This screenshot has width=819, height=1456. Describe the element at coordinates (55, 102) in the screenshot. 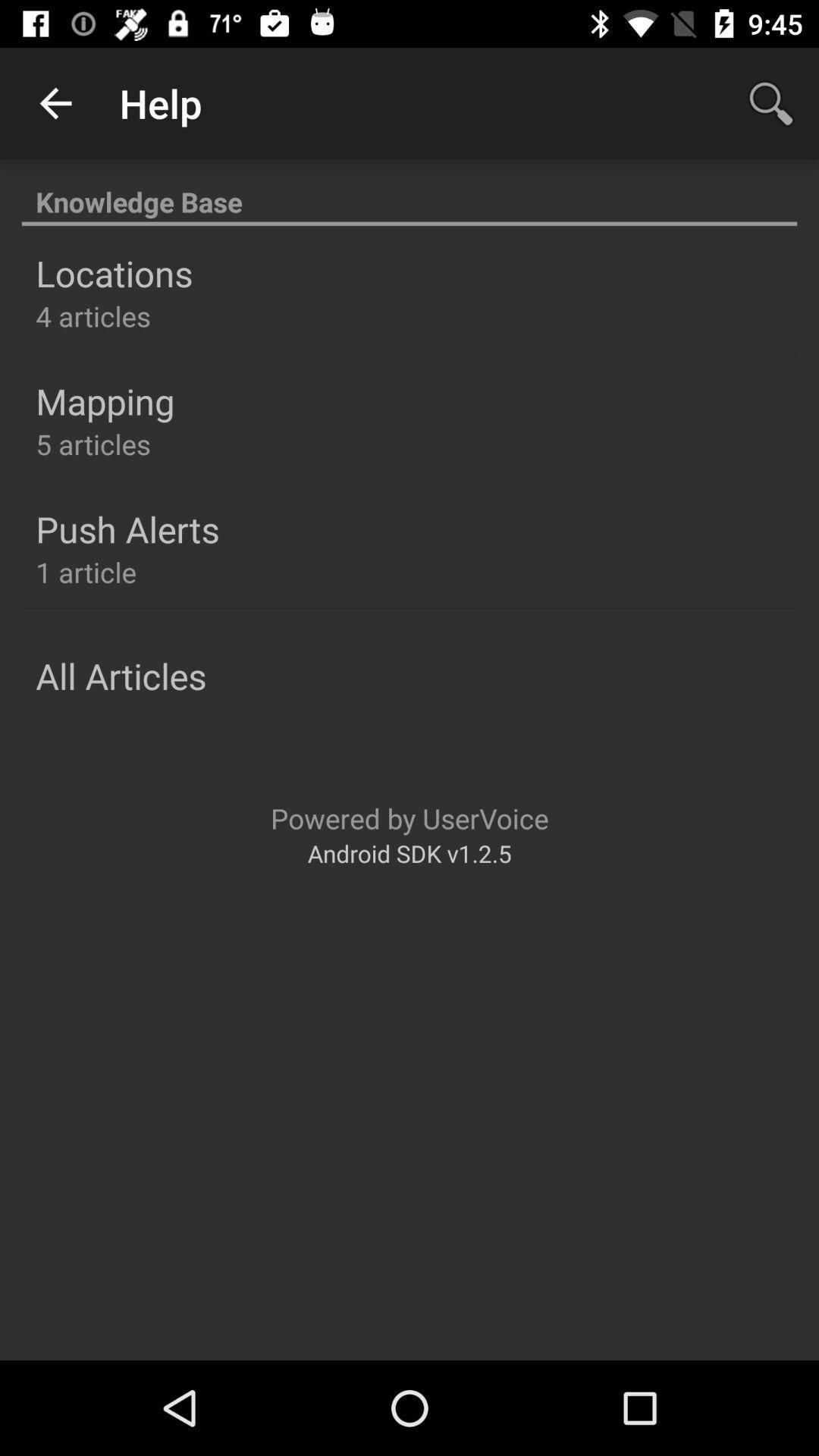

I see `the icon above knowledge base item` at that location.